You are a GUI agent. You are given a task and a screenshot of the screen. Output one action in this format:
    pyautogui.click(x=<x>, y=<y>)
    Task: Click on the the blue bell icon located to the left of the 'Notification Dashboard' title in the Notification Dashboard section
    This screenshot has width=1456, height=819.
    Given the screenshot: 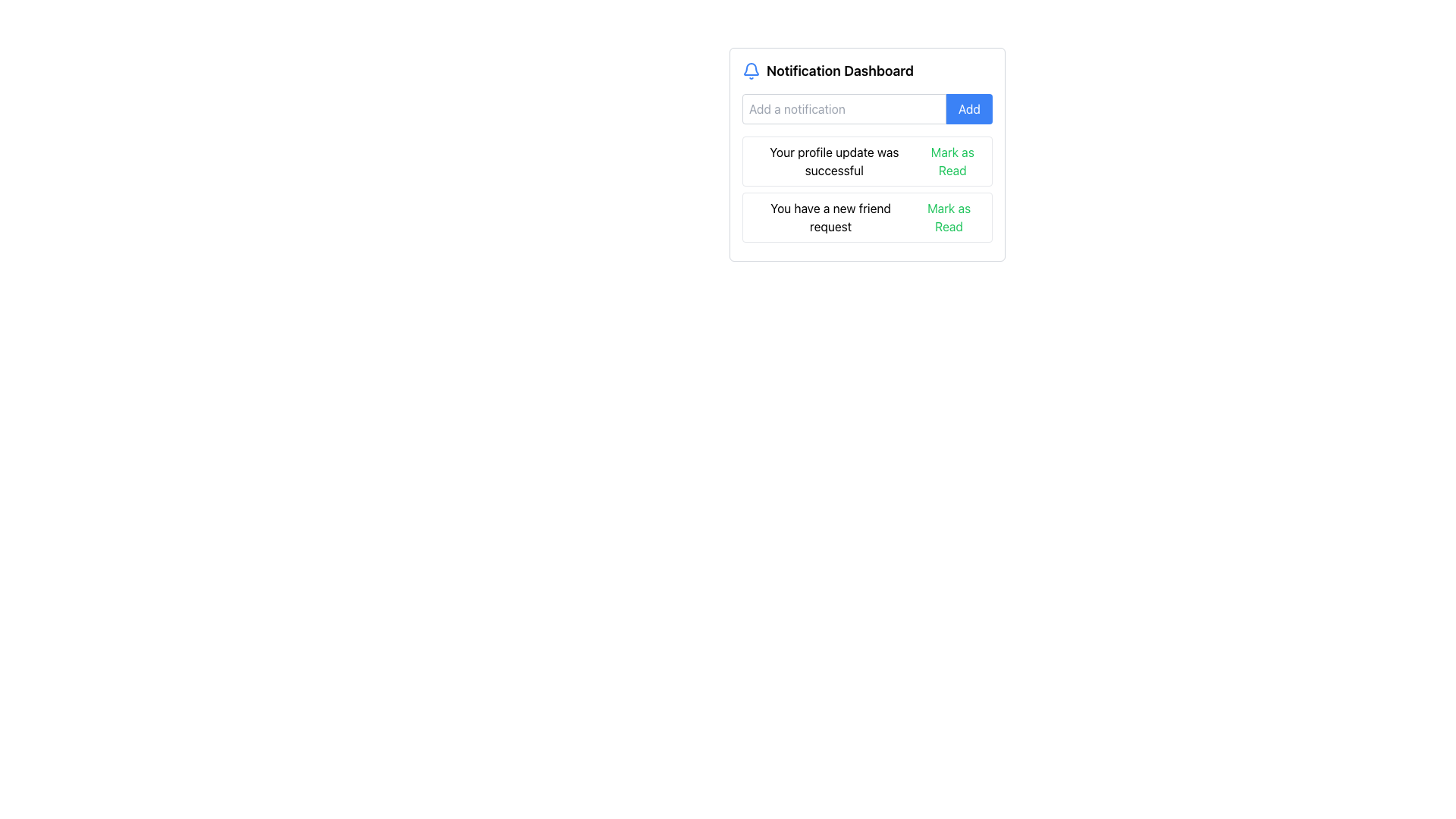 What is the action you would take?
    pyautogui.click(x=751, y=71)
    